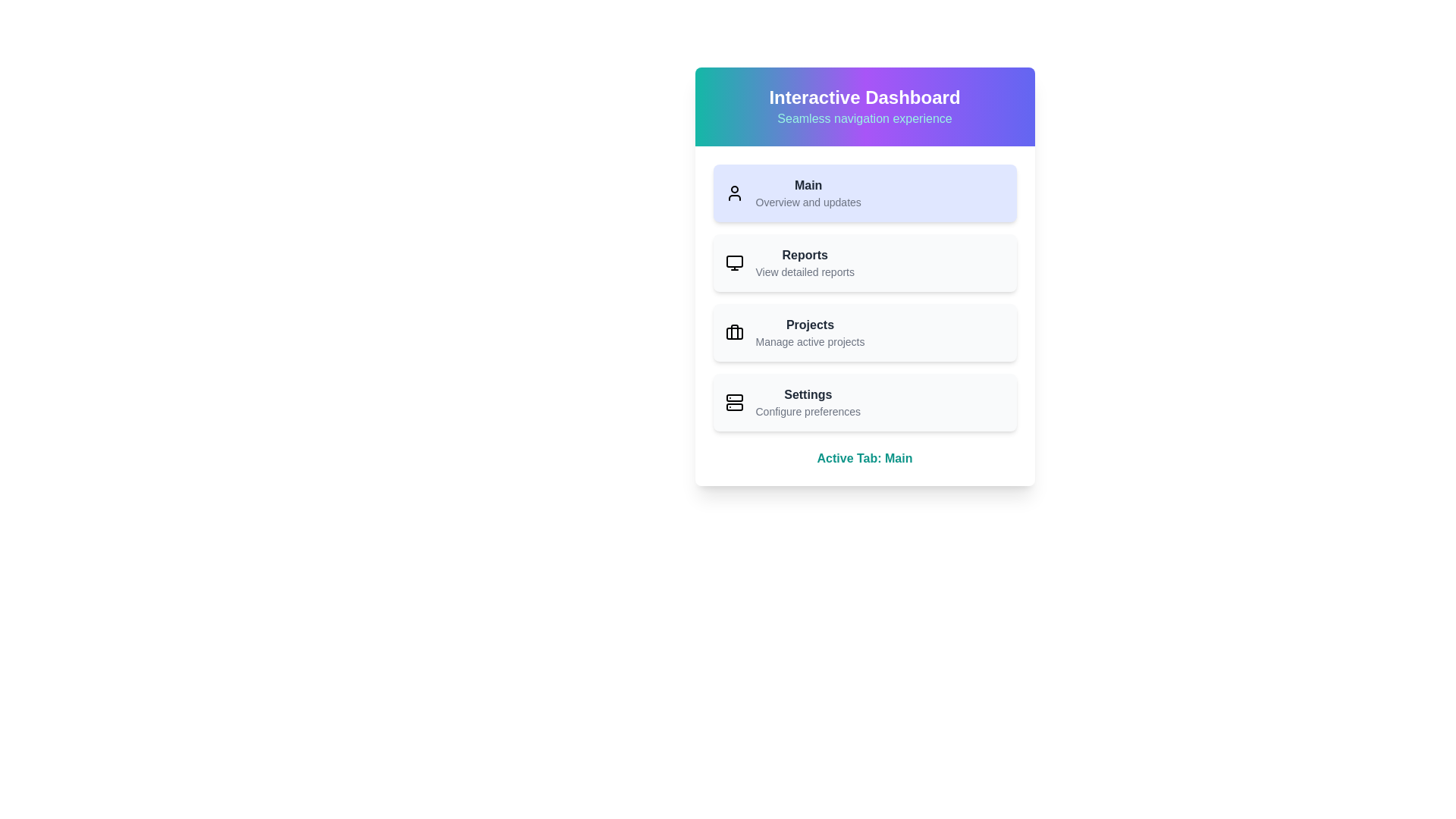 This screenshot has height=819, width=1456. What do you see at coordinates (864, 332) in the screenshot?
I see `the menu item labeled Projects` at bounding box center [864, 332].